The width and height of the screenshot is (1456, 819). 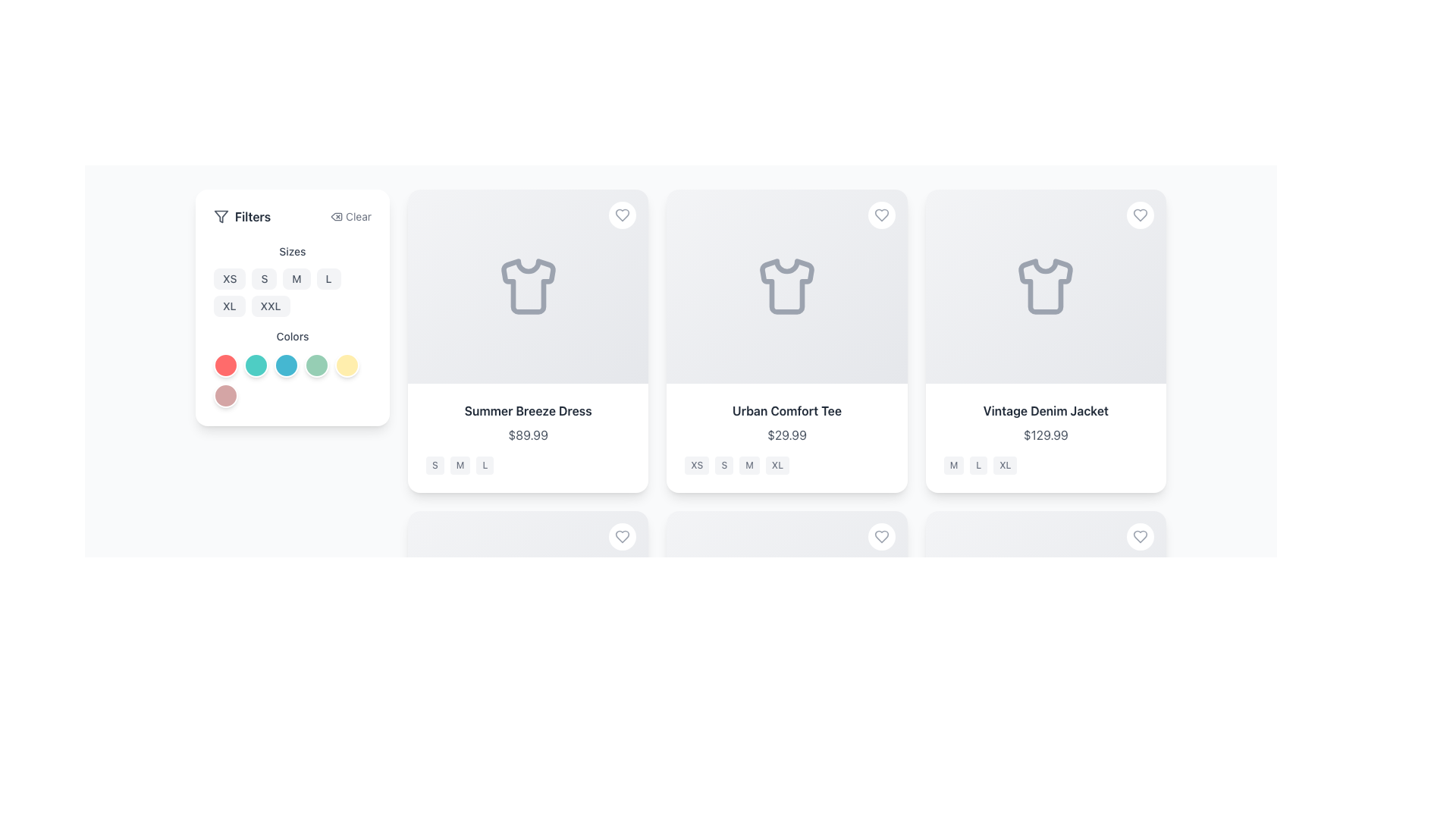 I want to click on the label with the accompanying icon located at the top-left side of the filter panel to focus on filter options, so click(x=241, y=216).